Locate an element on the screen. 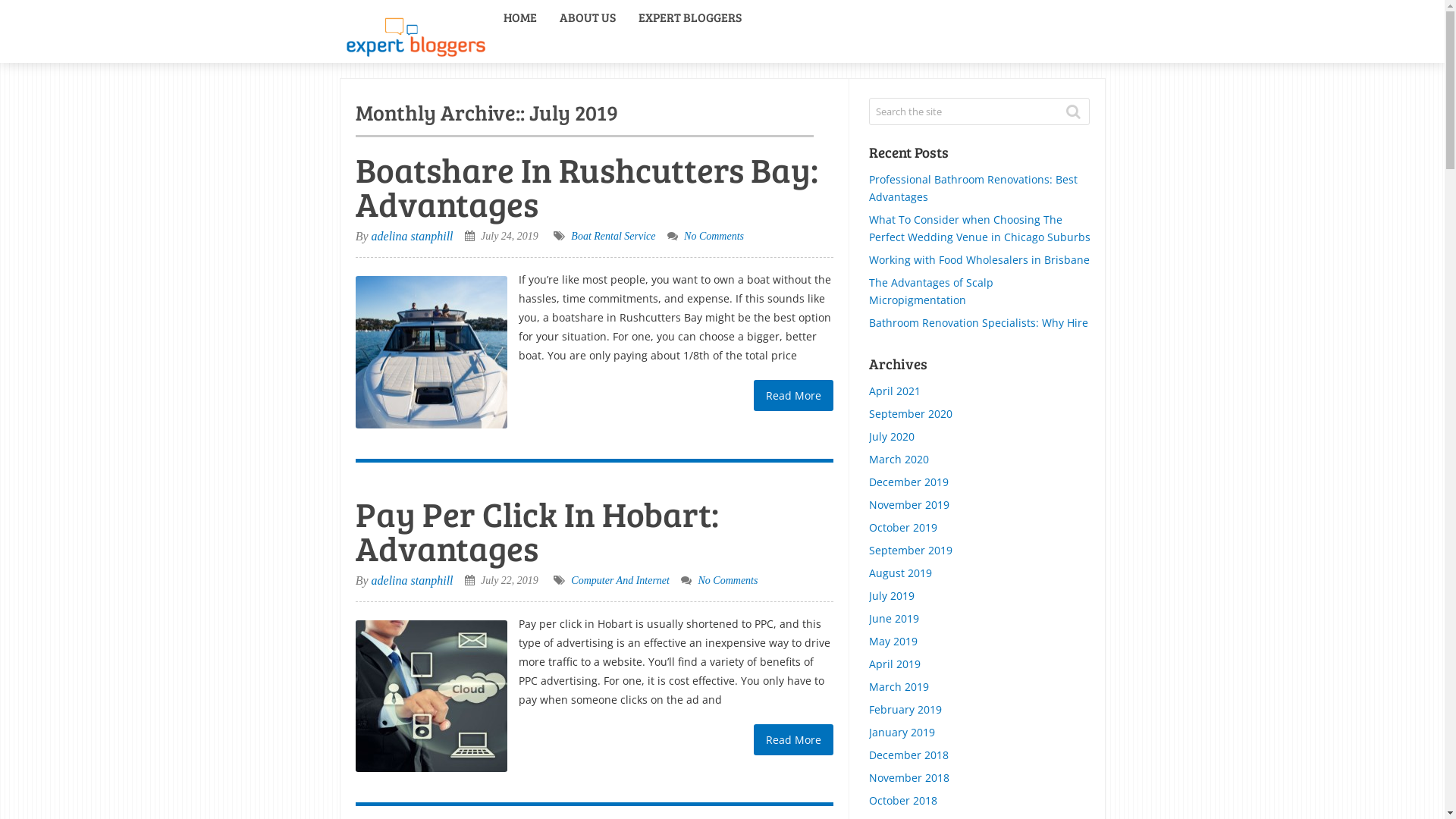 The width and height of the screenshot is (1456, 819). 'April 2021' is located at coordinates (895, 390).